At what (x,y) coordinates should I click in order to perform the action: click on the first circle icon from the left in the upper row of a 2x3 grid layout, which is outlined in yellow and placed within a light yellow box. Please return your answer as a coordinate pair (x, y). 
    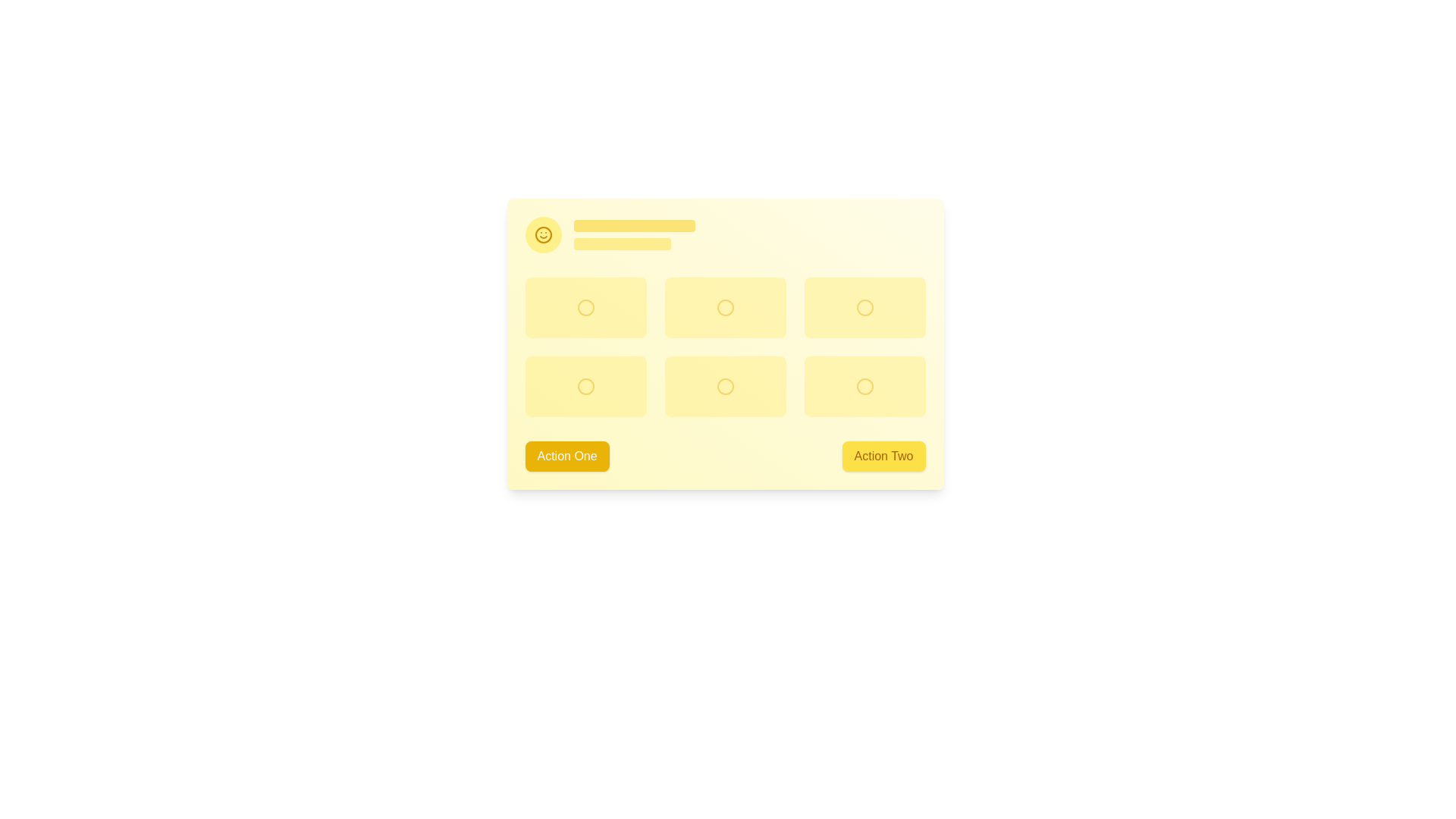
    Looking at the image, I should click on (585, 307).